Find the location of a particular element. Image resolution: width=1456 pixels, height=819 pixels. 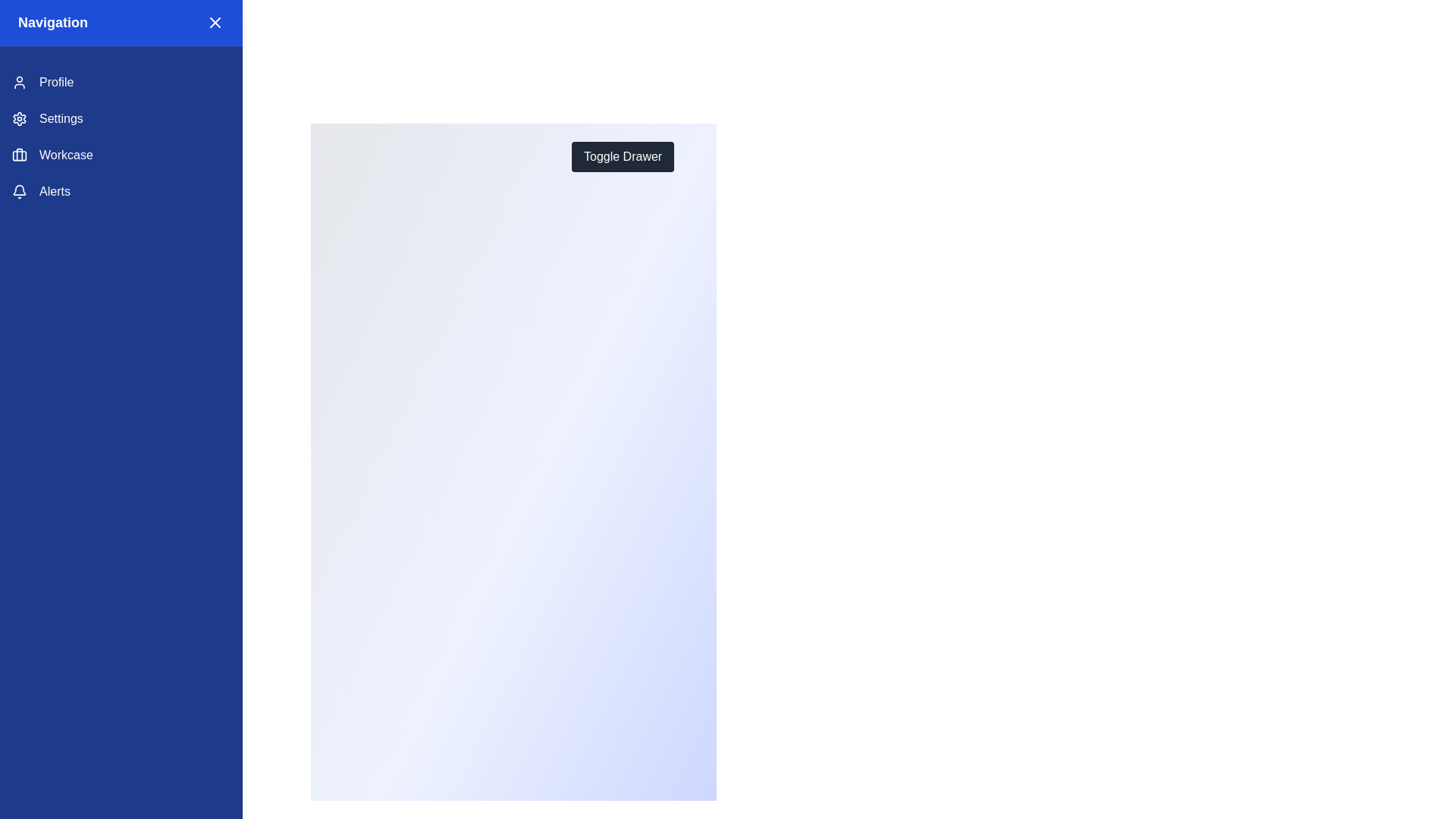

the close button in the drawer's header to close the drawer is located at coordinates (214, 23).